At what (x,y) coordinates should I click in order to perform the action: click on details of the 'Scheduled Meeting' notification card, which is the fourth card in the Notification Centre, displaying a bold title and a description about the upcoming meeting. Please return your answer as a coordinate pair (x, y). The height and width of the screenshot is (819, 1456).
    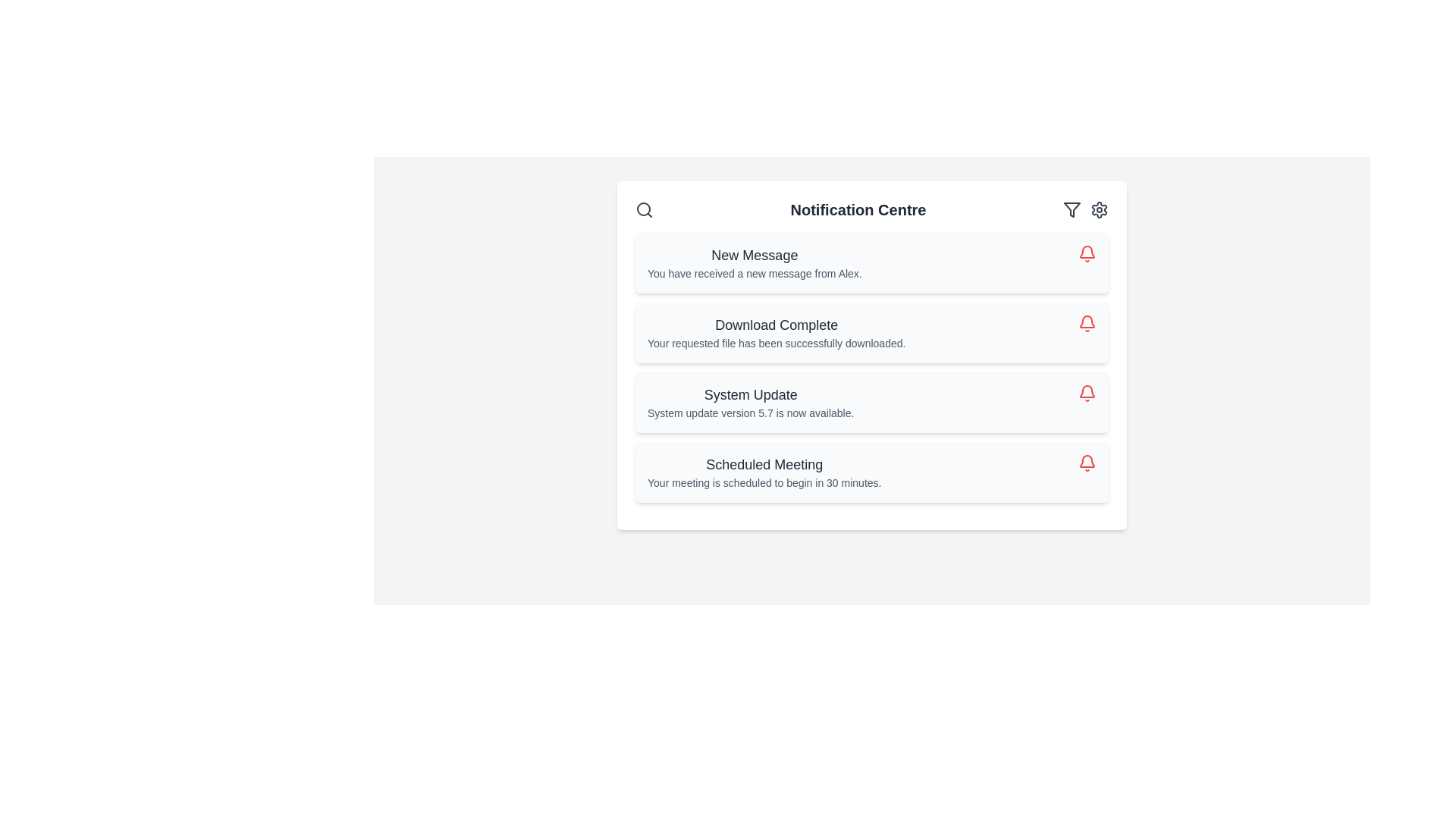
    Looking at the image, I should click on (872, 472).